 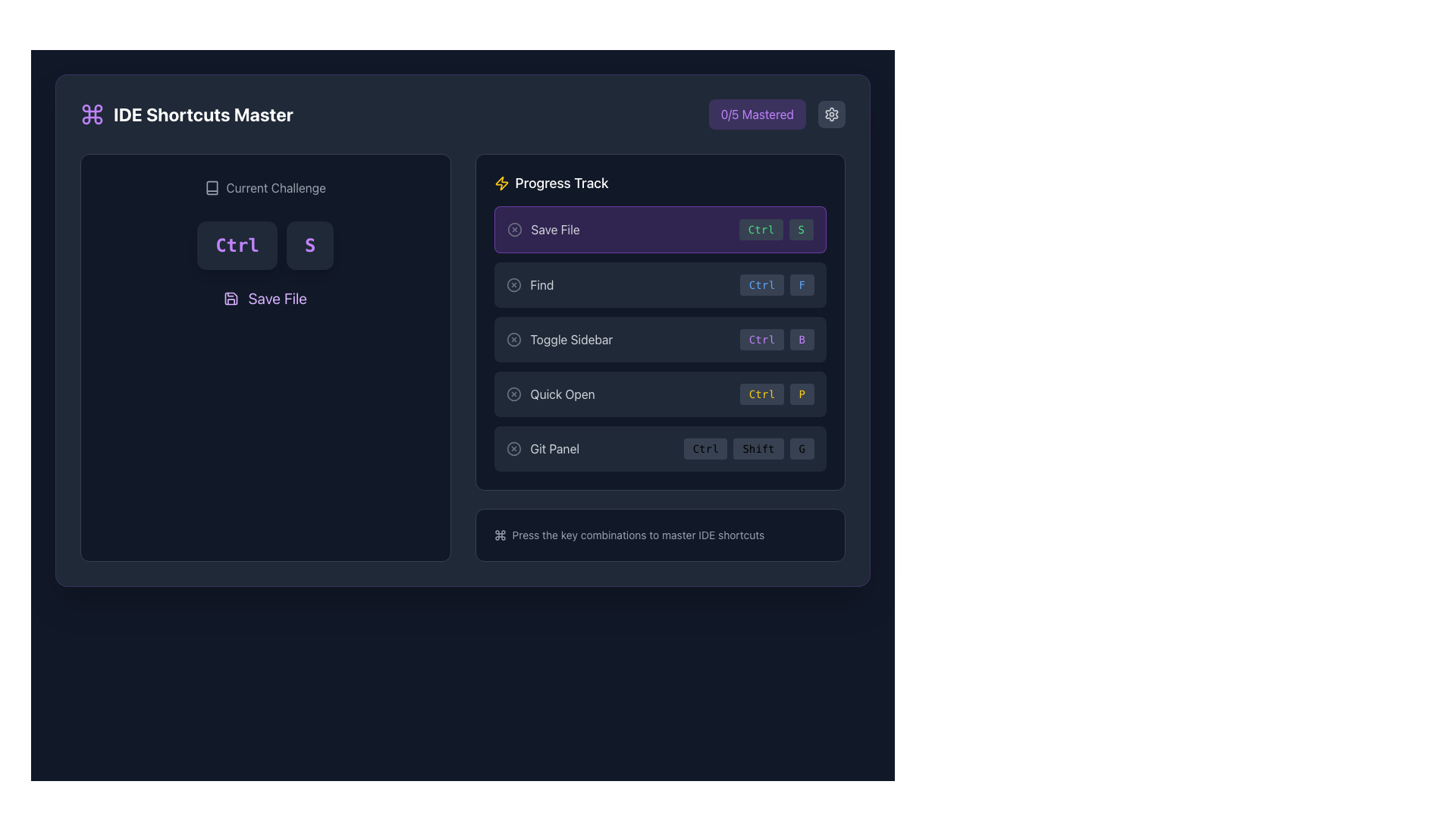 I want to click on text content of the keyboard shortcut label consisting of two buttons labeled 'Ctrl' and 'F', located to the right of the 'Find' label in the 'Progress Track' list, so click(x=777, y=284).